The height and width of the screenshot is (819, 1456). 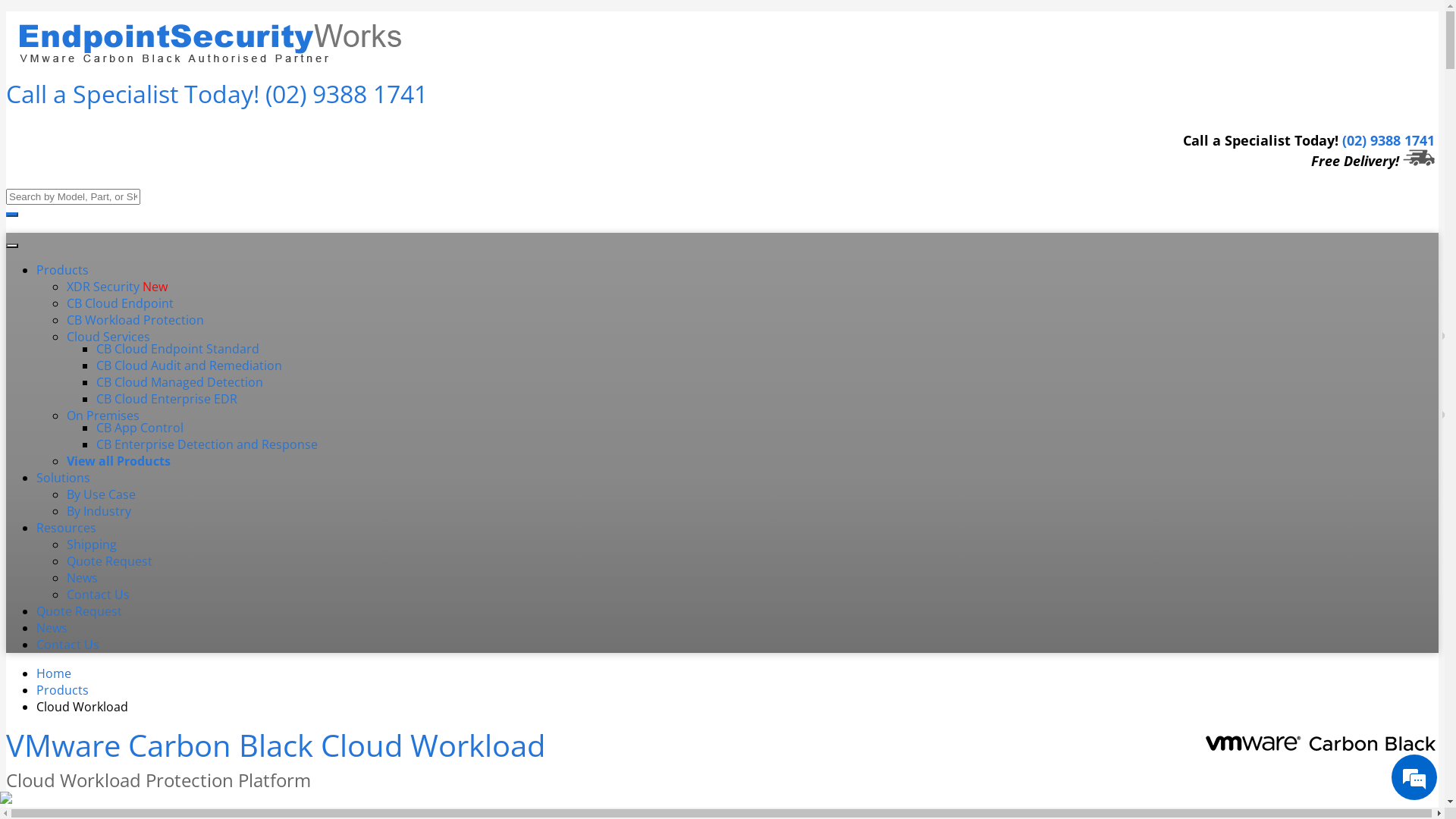 I want to click on 'CB Cloud Audit and Remediation', so click(x=188, y=366).